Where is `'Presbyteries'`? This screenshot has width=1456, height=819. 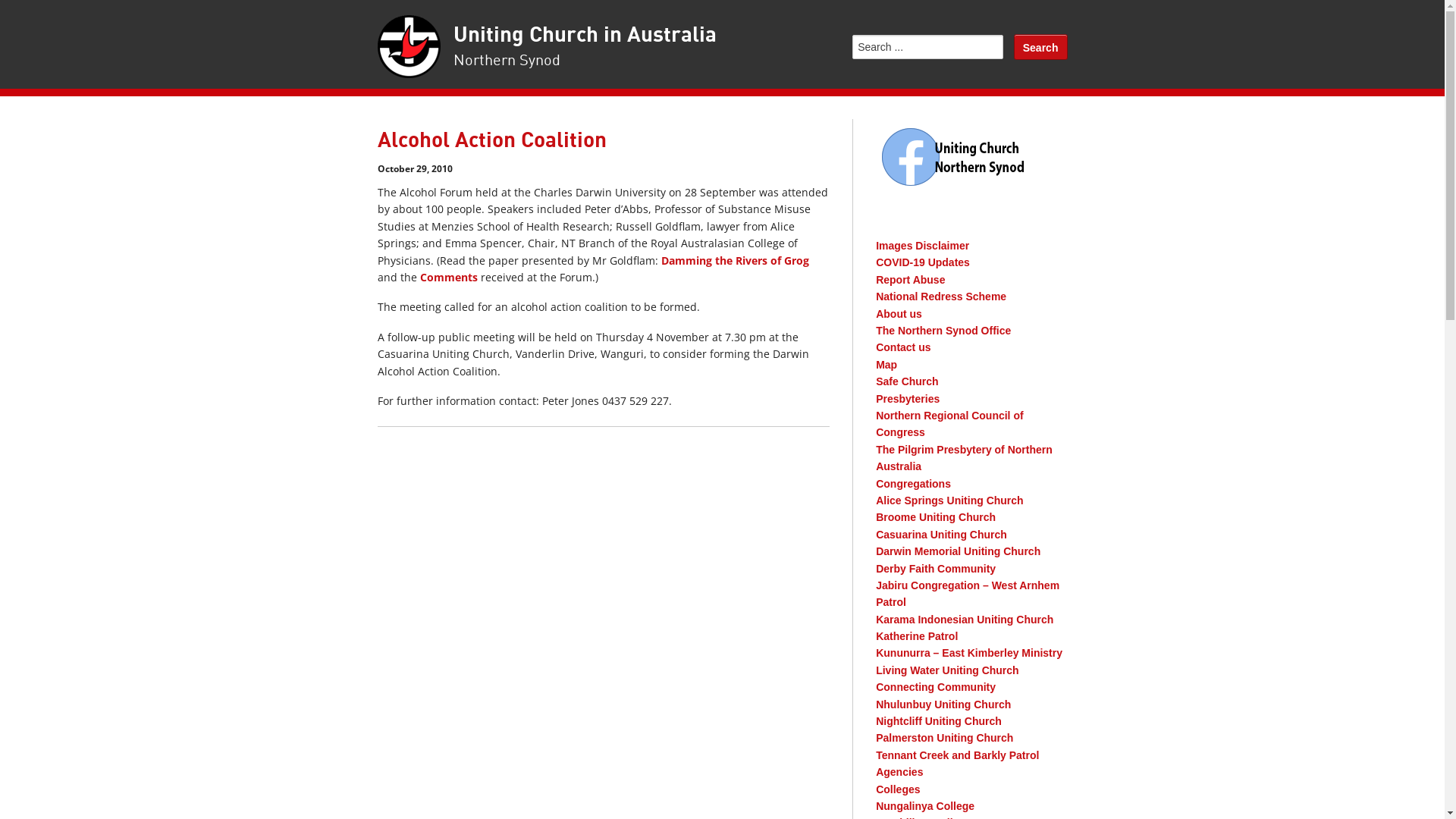
'Presbyteries' is located at coordinates (907, 397).